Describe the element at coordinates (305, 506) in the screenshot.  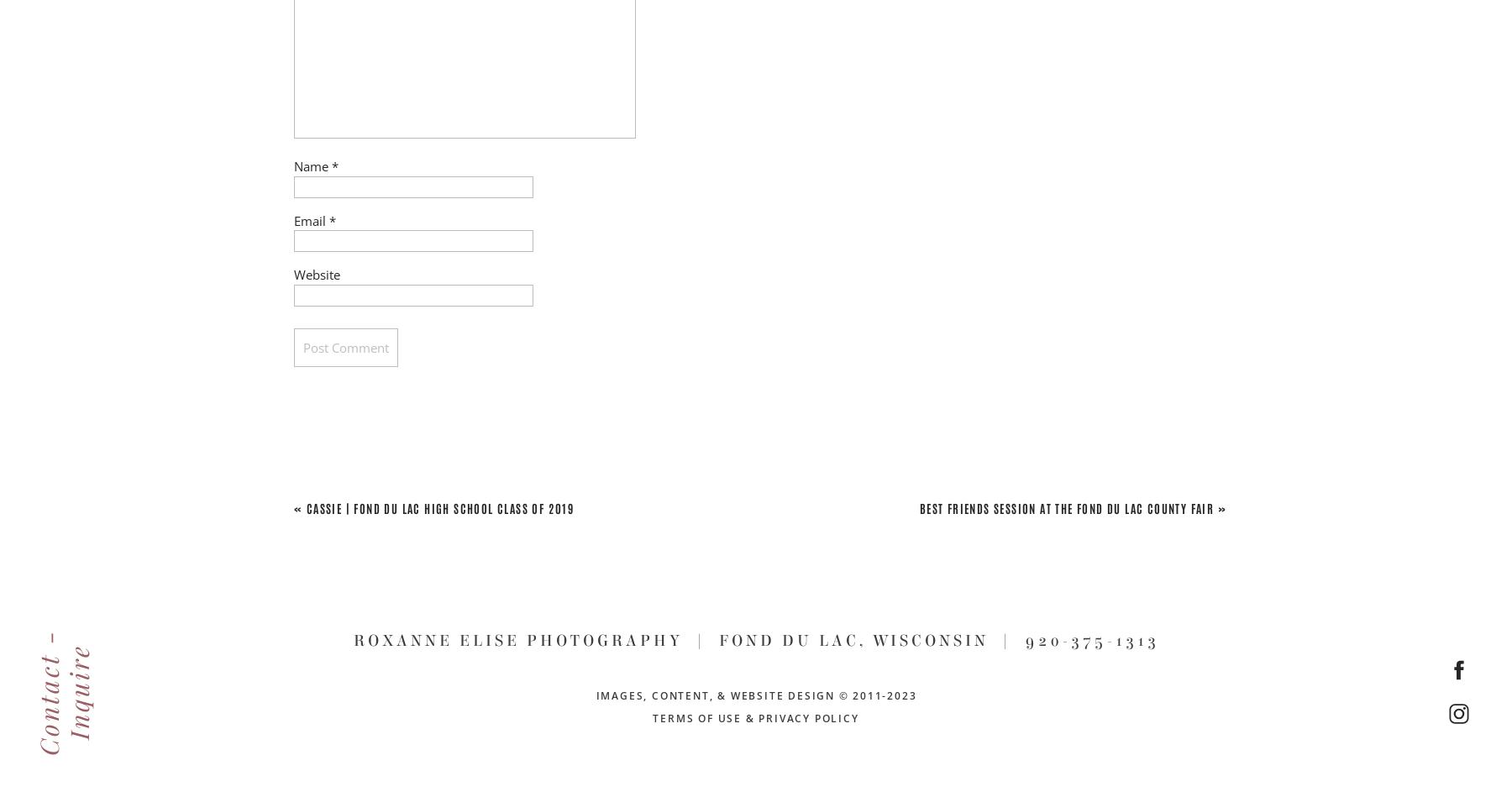
I see `'Cassie | Fond du Lac High School Class of 2019'` at that location.